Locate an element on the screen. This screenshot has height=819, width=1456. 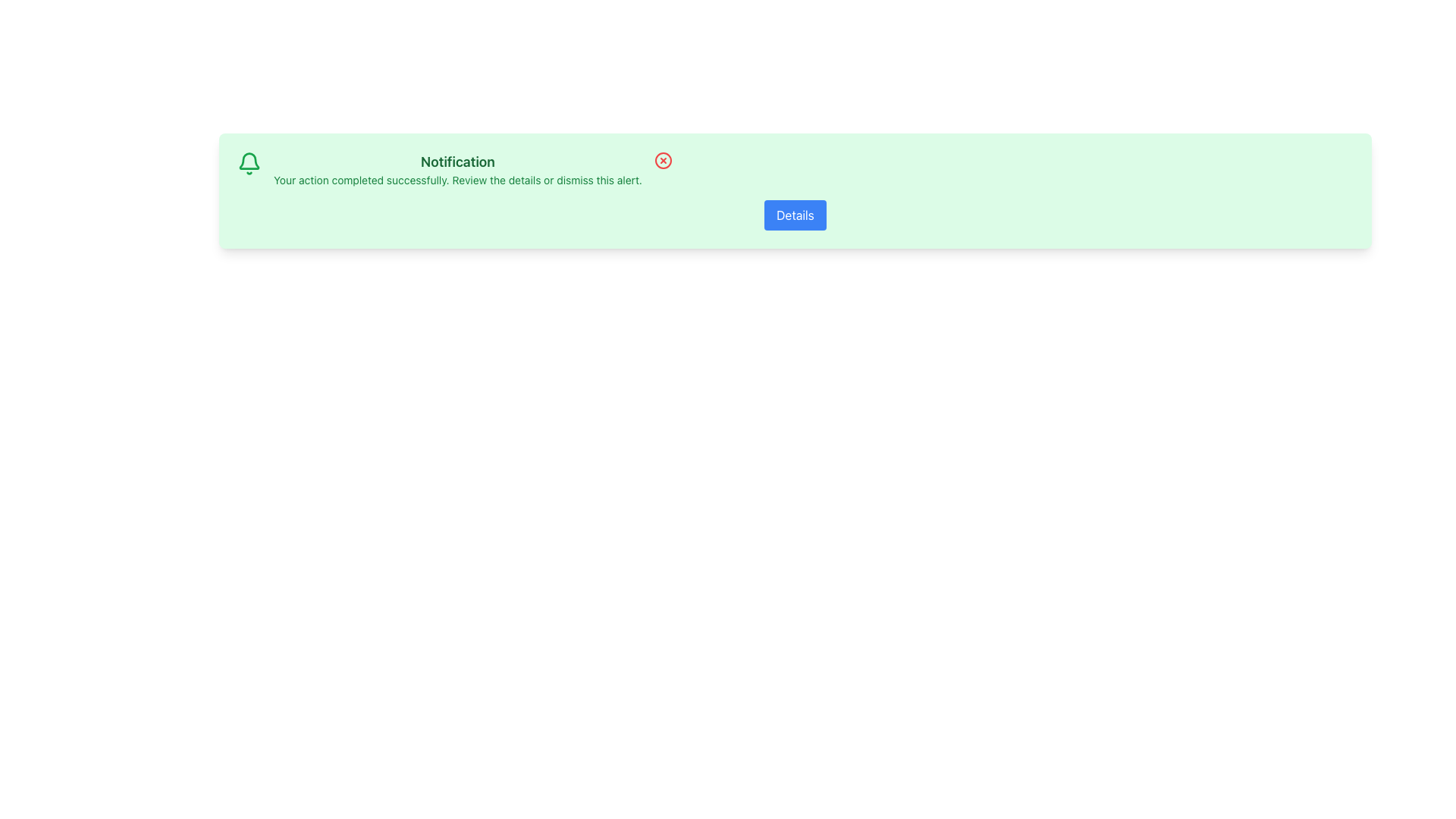
the button located at the bottom-right of the green notification box to observe a visual change is located at coordinates (795, 215).